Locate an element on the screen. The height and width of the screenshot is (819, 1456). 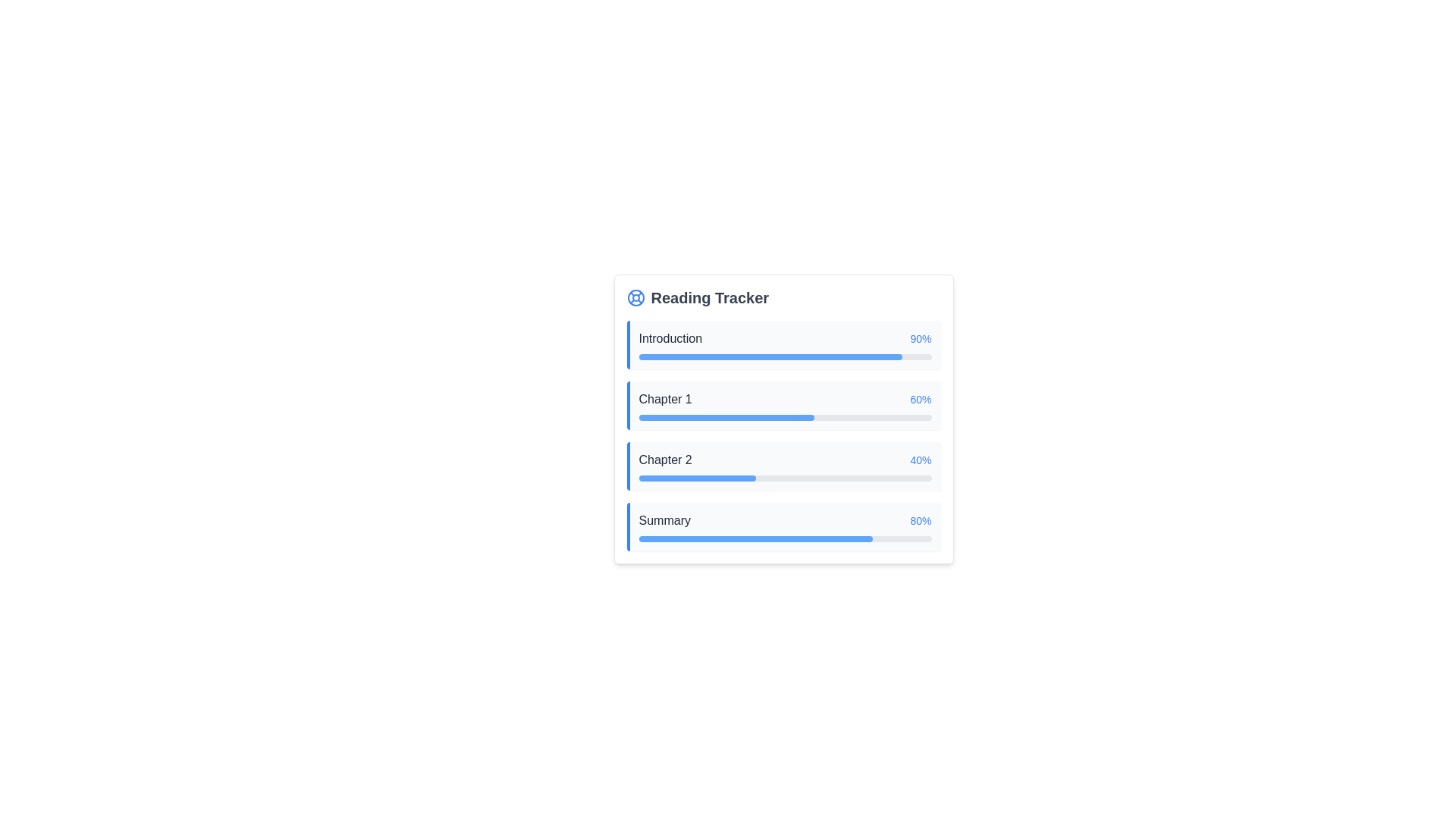
the textual display component that shows a progress percentage, located centrally at the bottom of the list, fourth from the top is located at coordinates (785, 519).